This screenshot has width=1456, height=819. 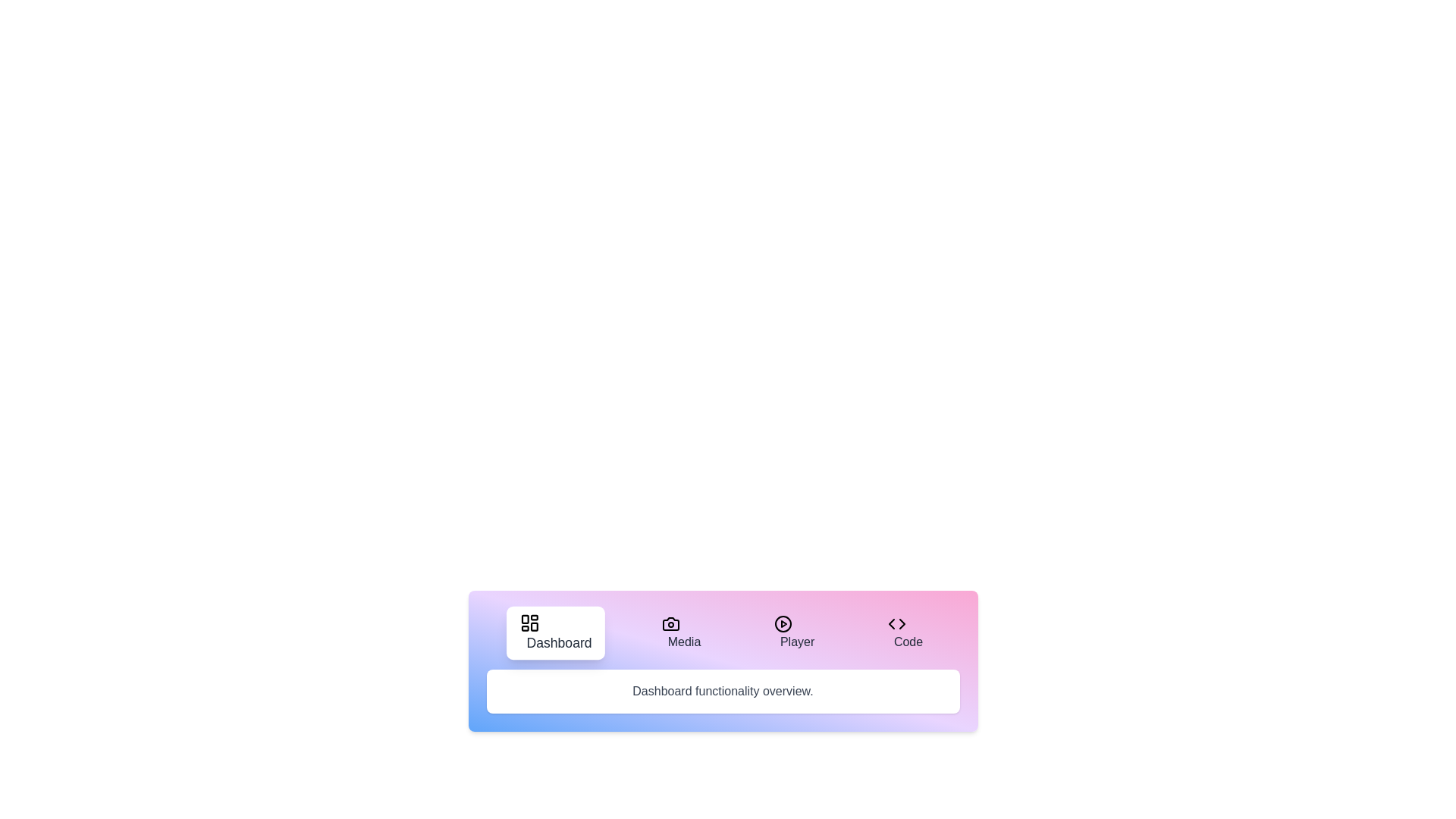 What do you see at coordinates (905, 632) in the screenshot?
I see `the tab labeled Code` at bounding box center [905, 632].